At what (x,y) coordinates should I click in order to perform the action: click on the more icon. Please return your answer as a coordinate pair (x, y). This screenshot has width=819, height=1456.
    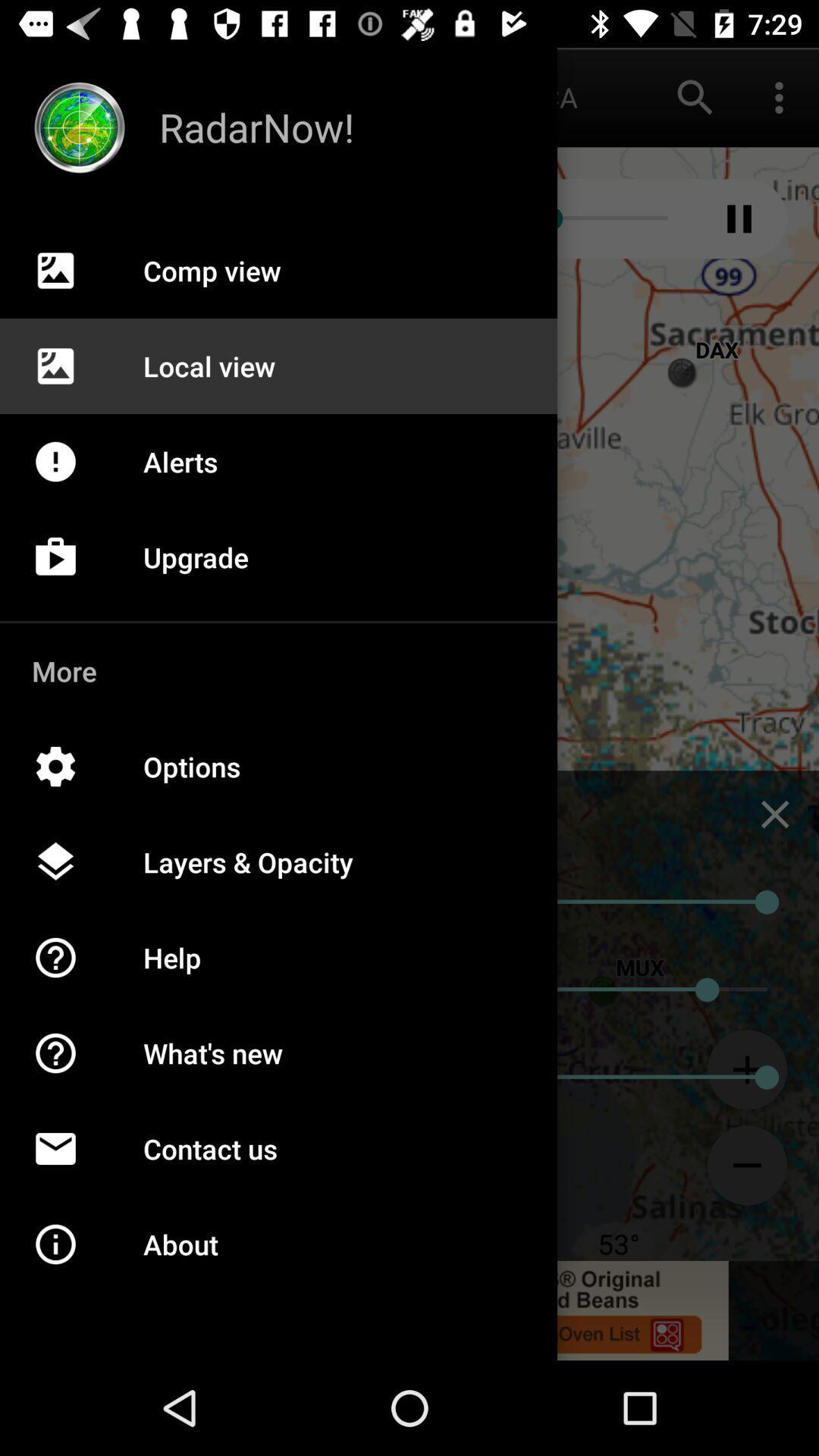
    Looking at the image, I should click on (779, 96).